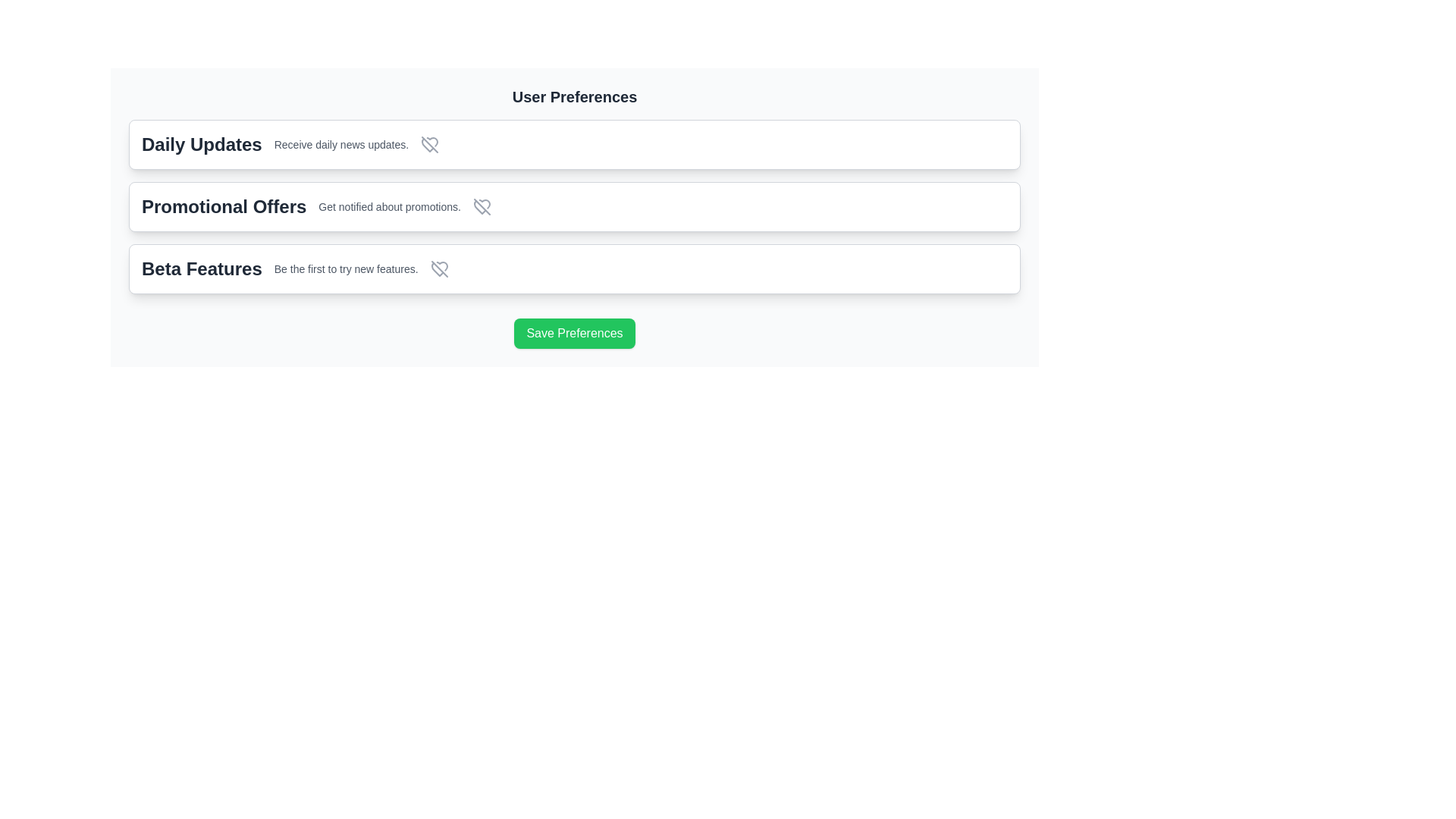  I want to click on the crossed-out heart icon indicating deactivation or exclusion in the 'Promotional Offers' list item, located to the right of 'Get notified about promotions.', so click(481, 207).